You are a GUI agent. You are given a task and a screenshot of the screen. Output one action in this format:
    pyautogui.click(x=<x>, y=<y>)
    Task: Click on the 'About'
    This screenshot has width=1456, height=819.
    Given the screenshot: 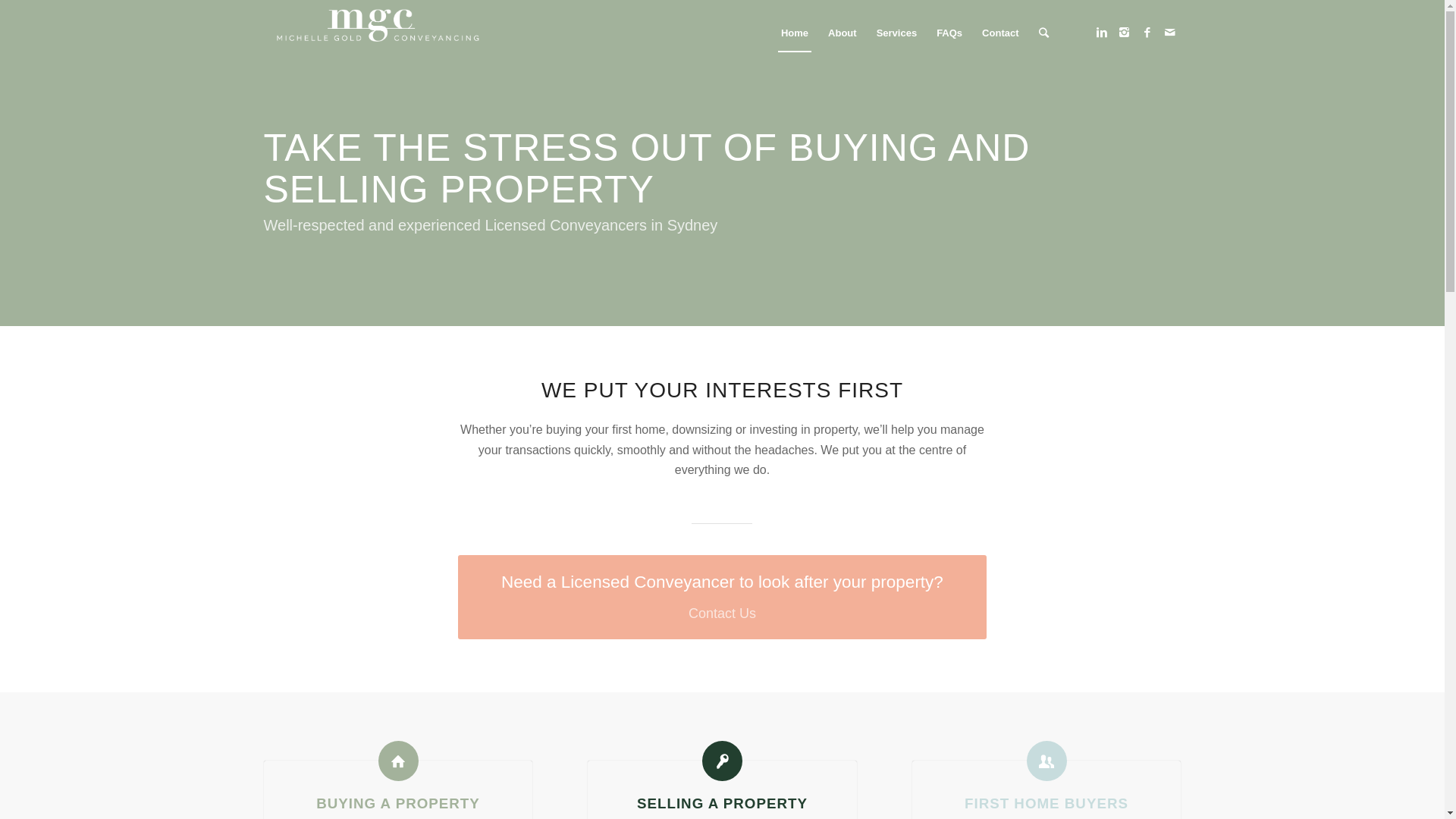 What is the action you would take?
    pyautogui.click(x=841, y=33)
    